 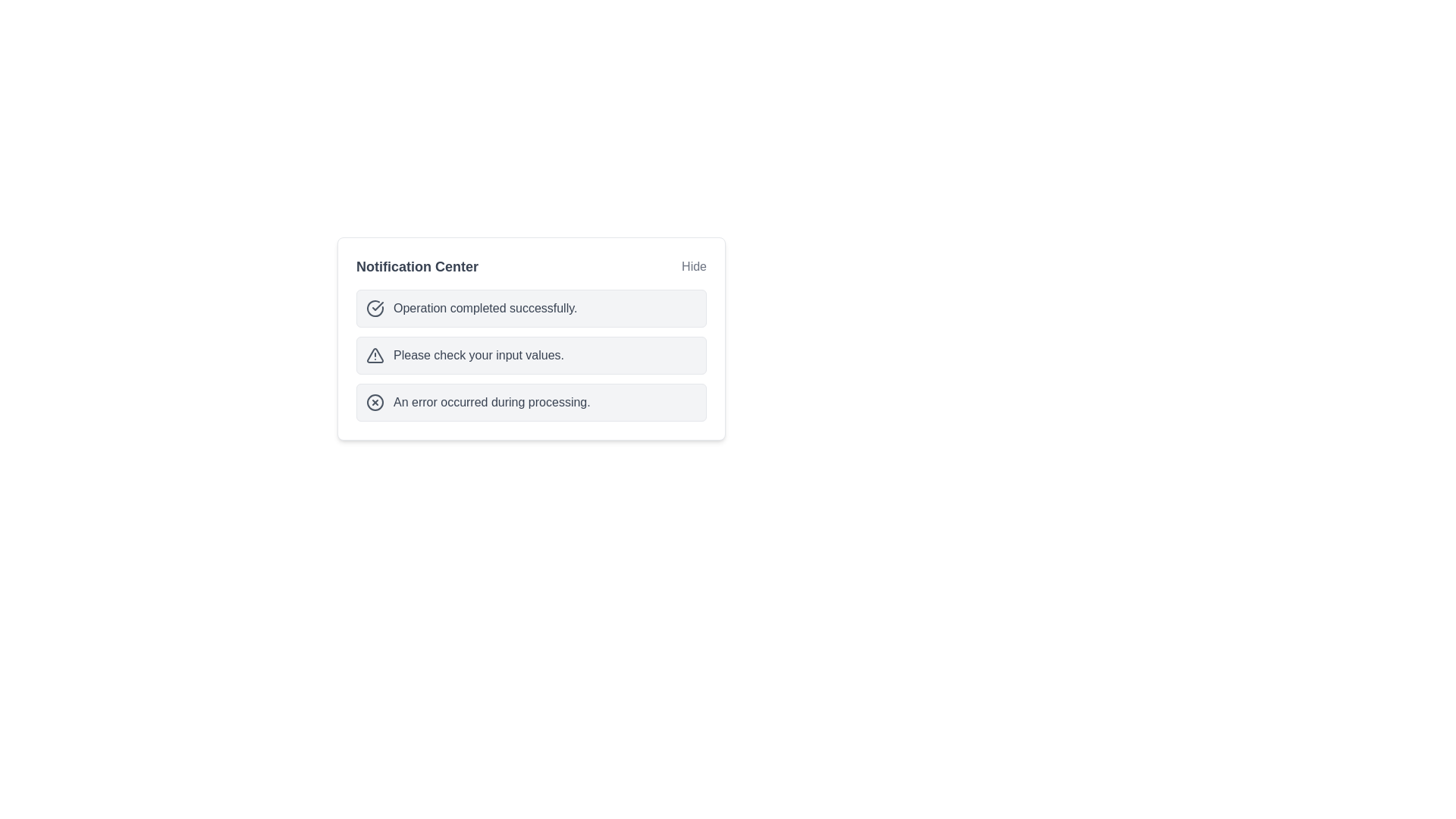 What do you see at coordinates (693, 265) in the screenshot?
I see `the 'Hide' button` at bounding box center [693, 265].